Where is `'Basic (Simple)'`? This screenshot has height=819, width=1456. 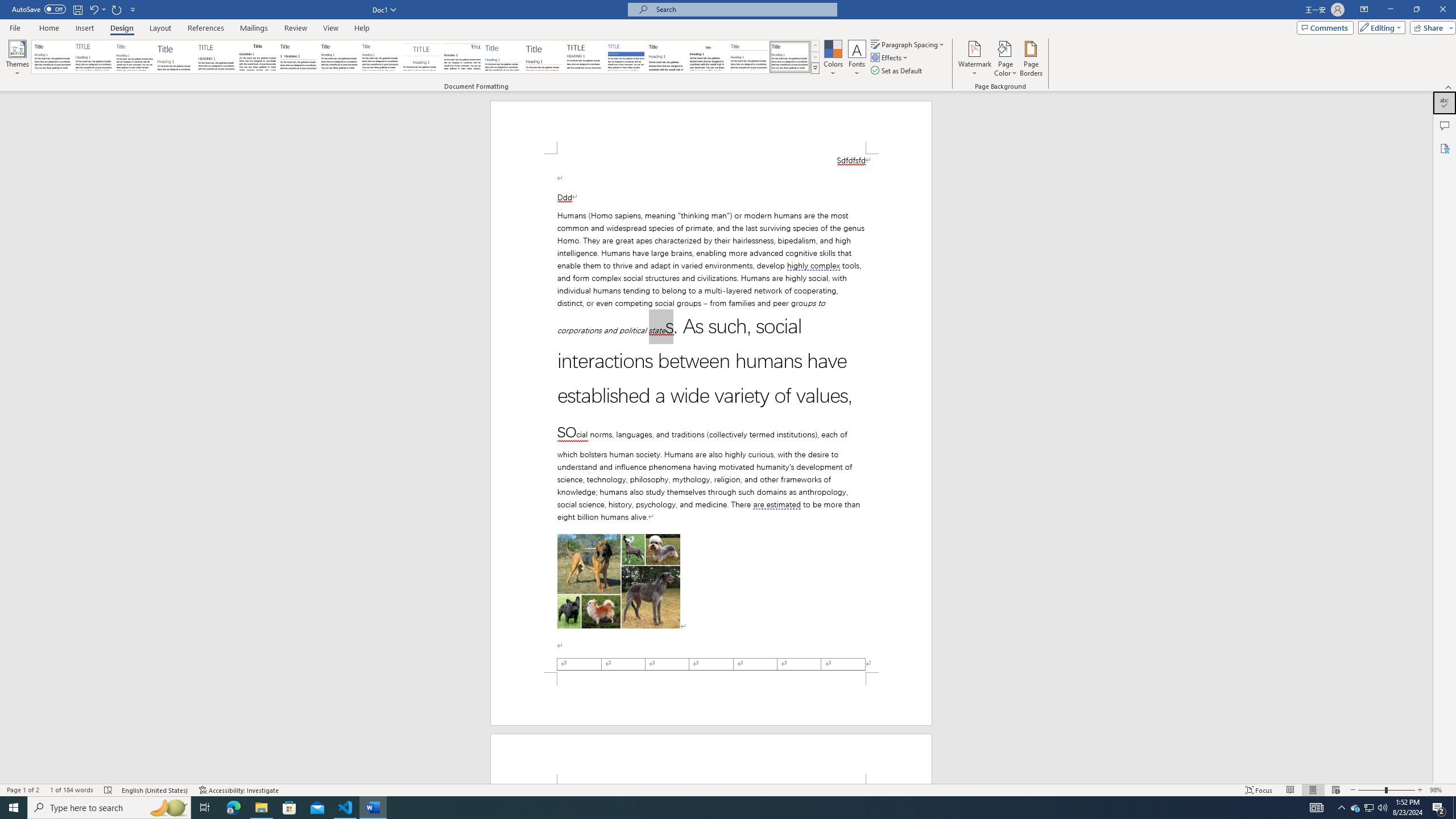 'Basic (Simple)' is located at coordinates (135, 56).